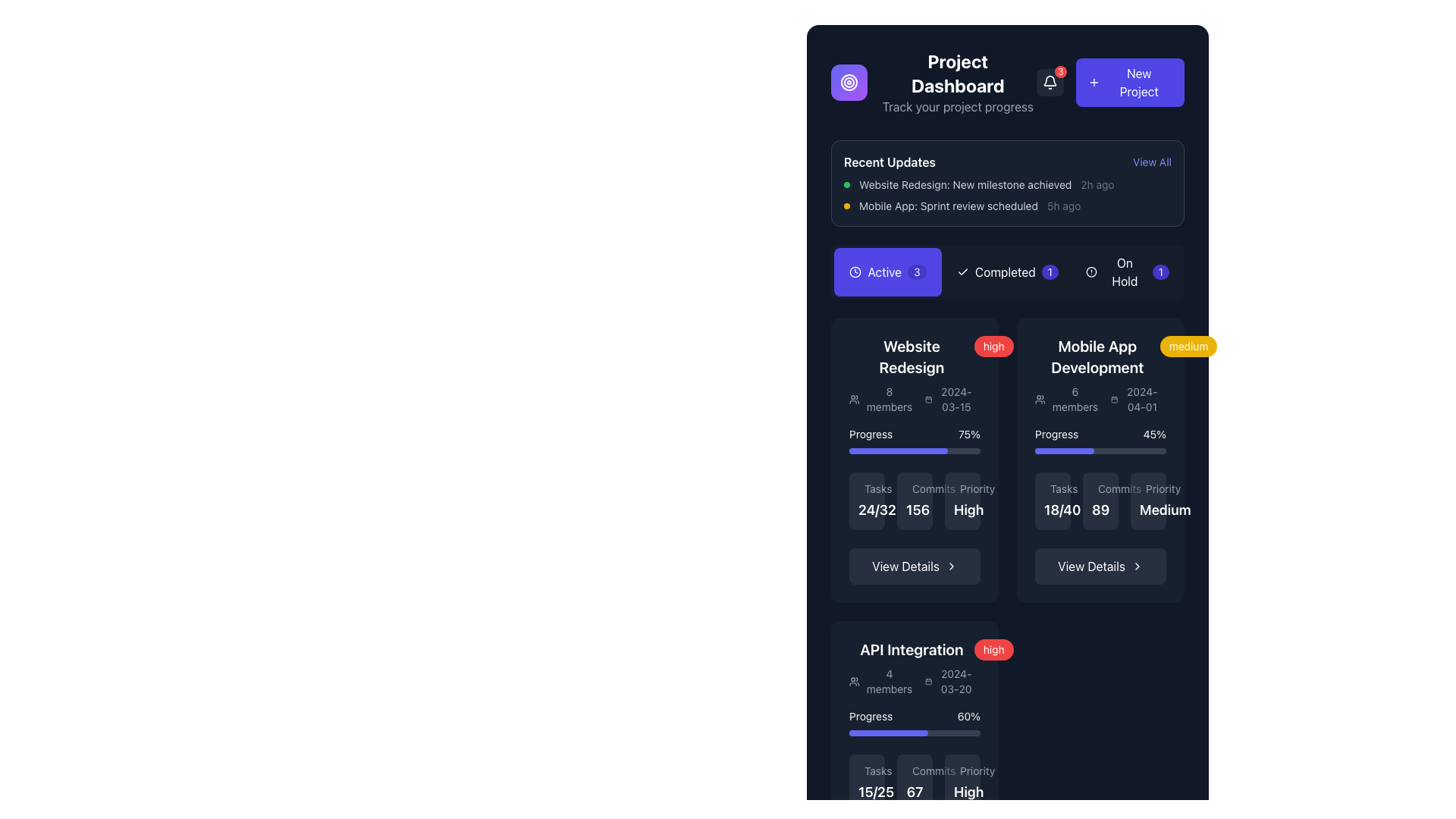 The image size is (1456, 819). What do you see at coordinates (898, 450) in the screenshot?
I see `the horizontal progress bar indicating 75% completion within the 'Website Redesign' project progress card` at bounding box center [898, 450].